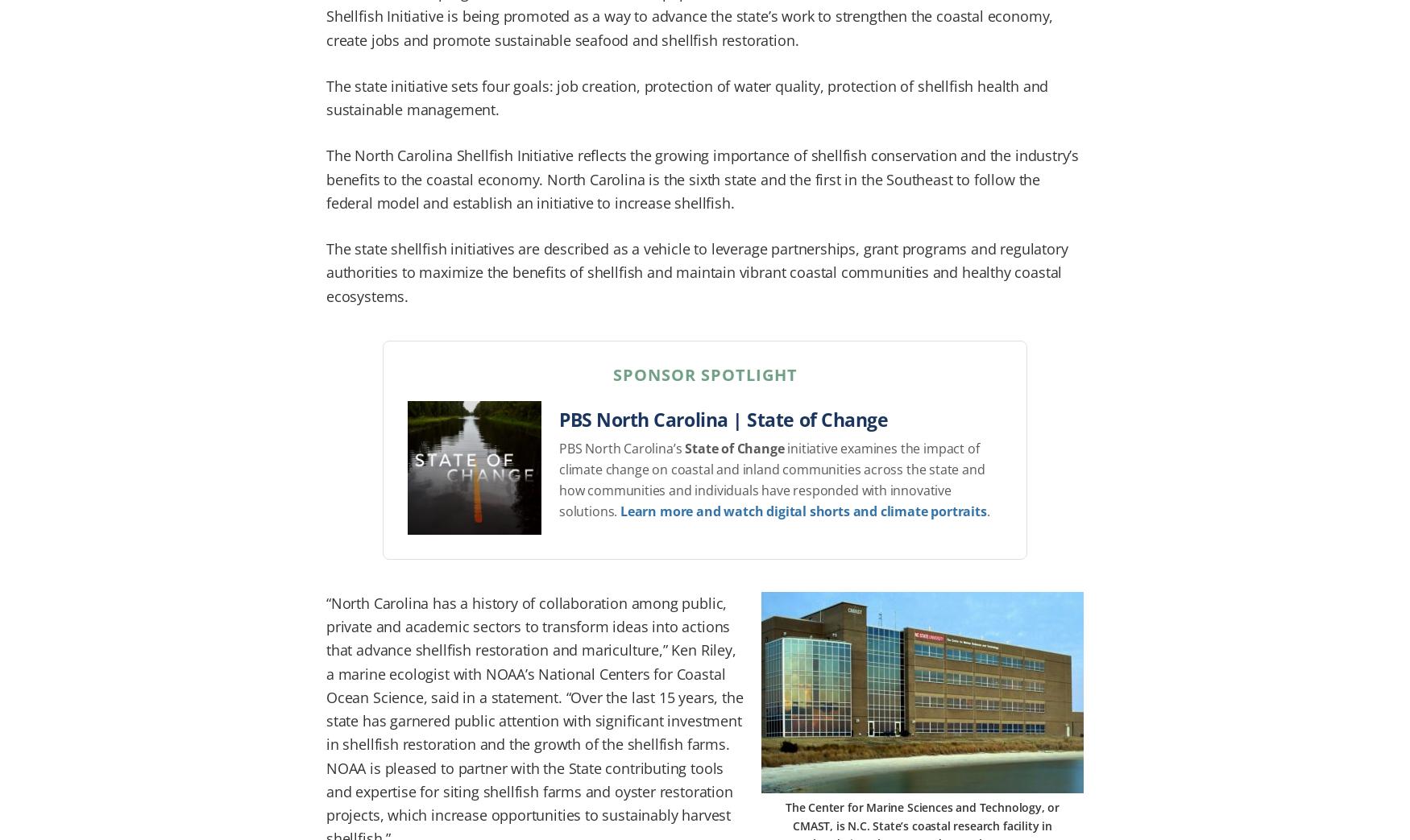  Describe the element at coordinates (985, 510) in the screenshot. I see `'.'` at that location.